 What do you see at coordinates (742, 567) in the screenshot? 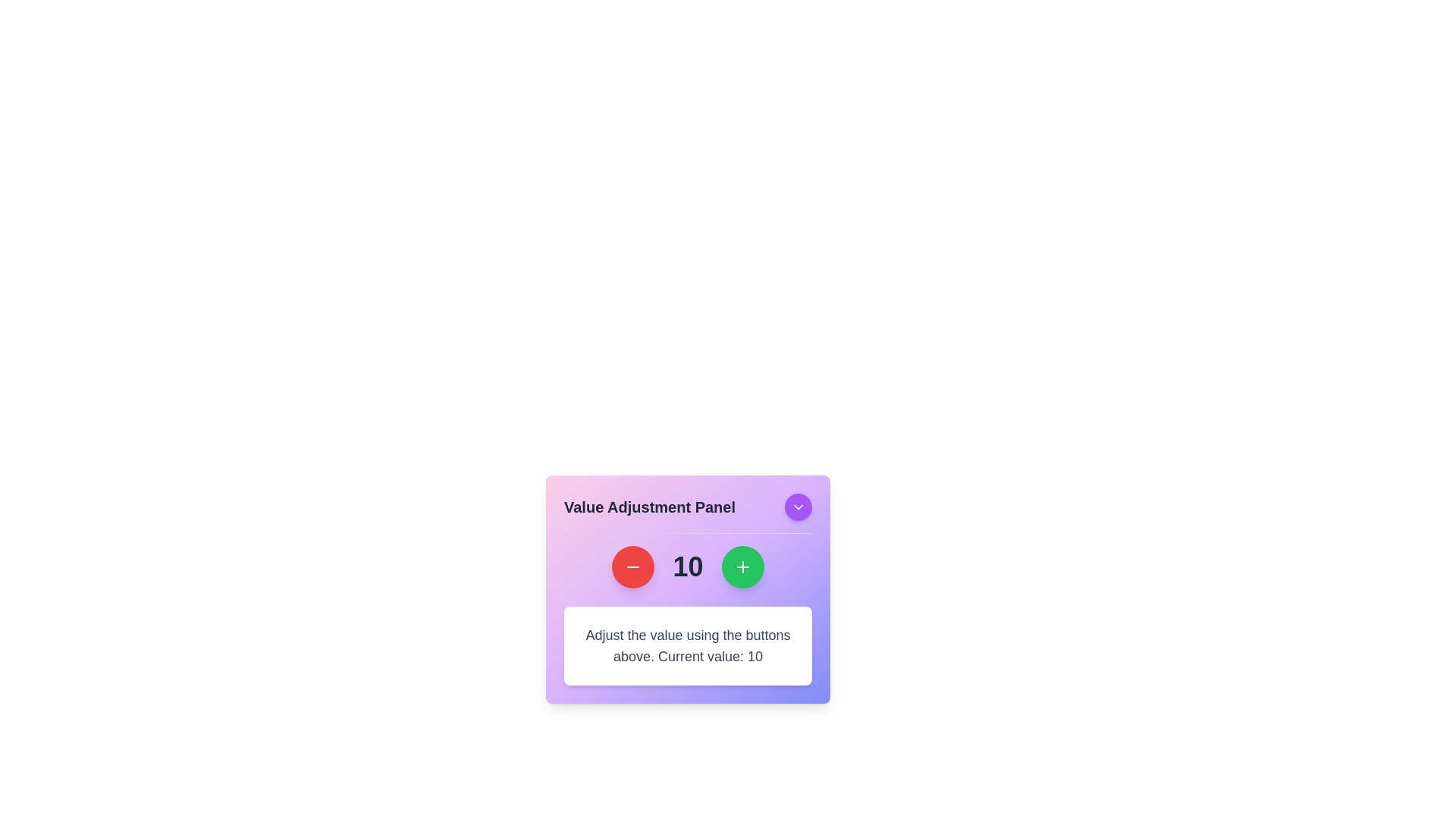
I see `the circular green button with a white plus icon to observe a change in color` at bounding box center [742, 567].